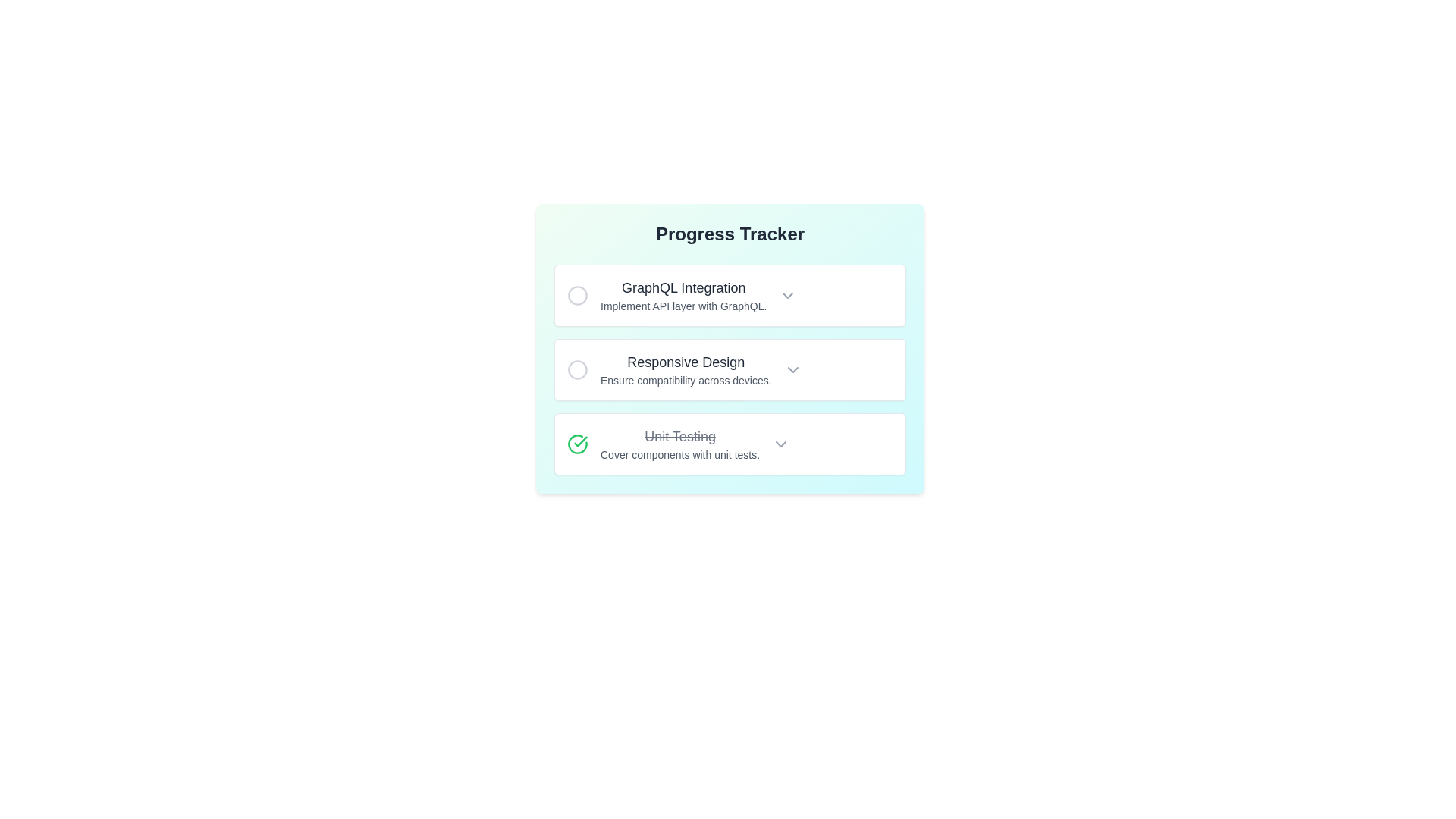 The height and width of the screenshot is (819, 1456). I want to click on the second row in the progress tracker panel labeled 'Responsive Design' that describes the task 'Ensure compatibility across devices.', so click(730, 370).